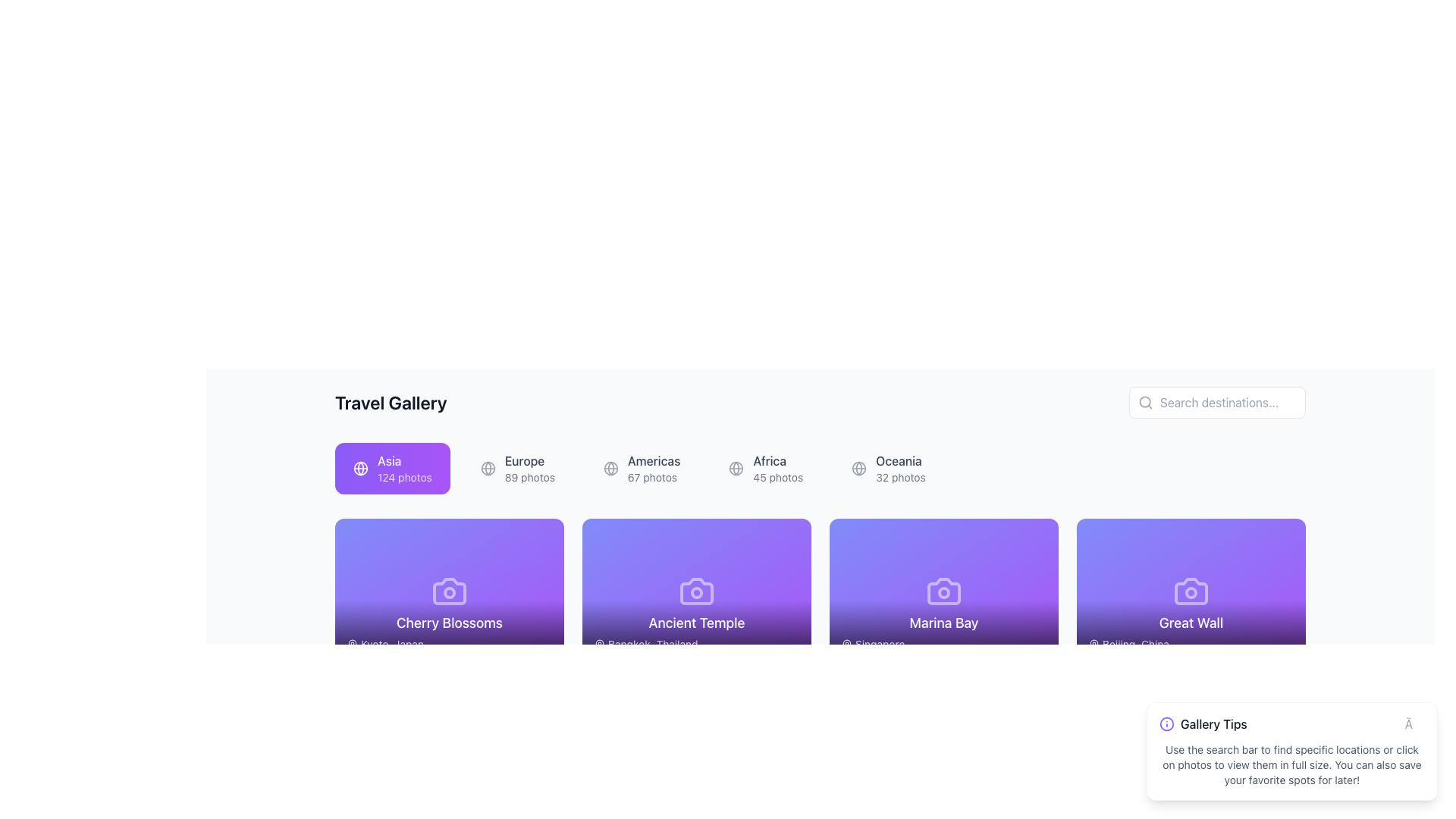 The height and width of the screenshot is (819, 1456). Describe the element at coordinates (529, 476) in the screenshot. I see `text display indicating the number of photos associated with the 'Europe' category, located below the 'Europe' label in the navigation section` at that location.